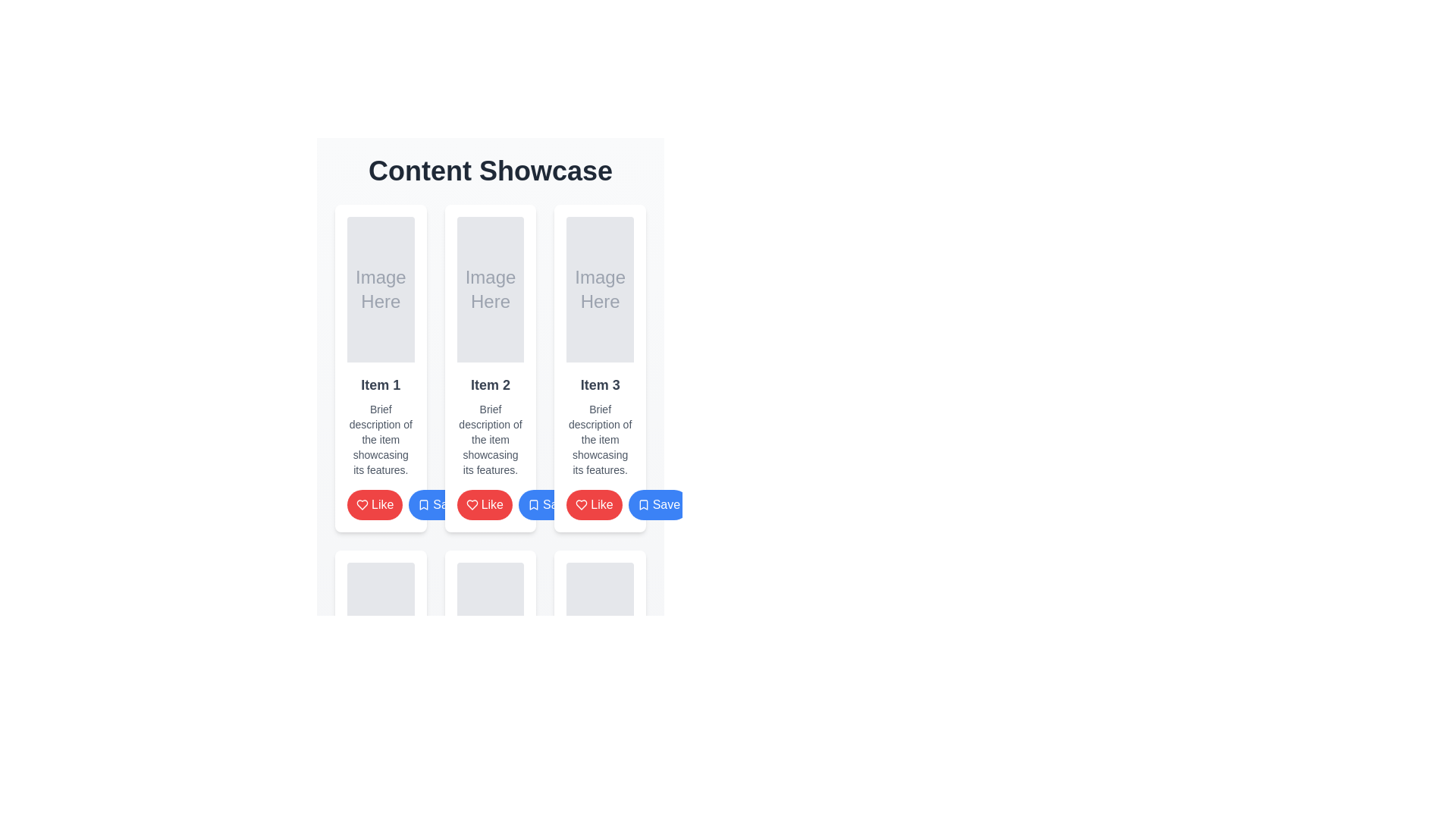 The image size is (1456, 819). What do you see at coordinates (658, 505) in the screenshot?
I see `the 'Save' button, which is a rounded button with a blue background and white text, located in the third card under the 'Content Showcase' section` at bounding box center [658, 505].